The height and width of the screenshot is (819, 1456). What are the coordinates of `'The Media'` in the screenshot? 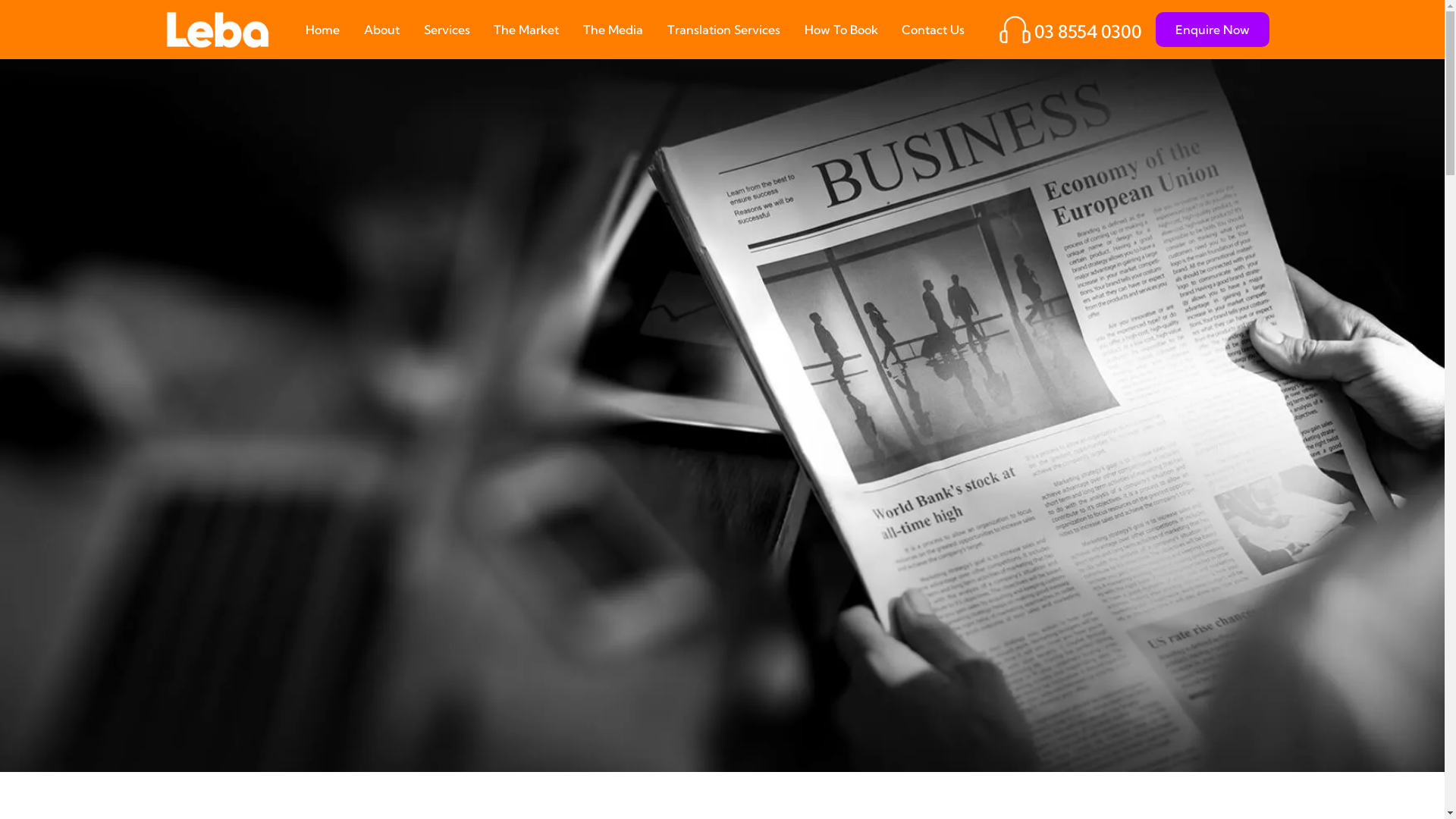 It's located at (613, 29).